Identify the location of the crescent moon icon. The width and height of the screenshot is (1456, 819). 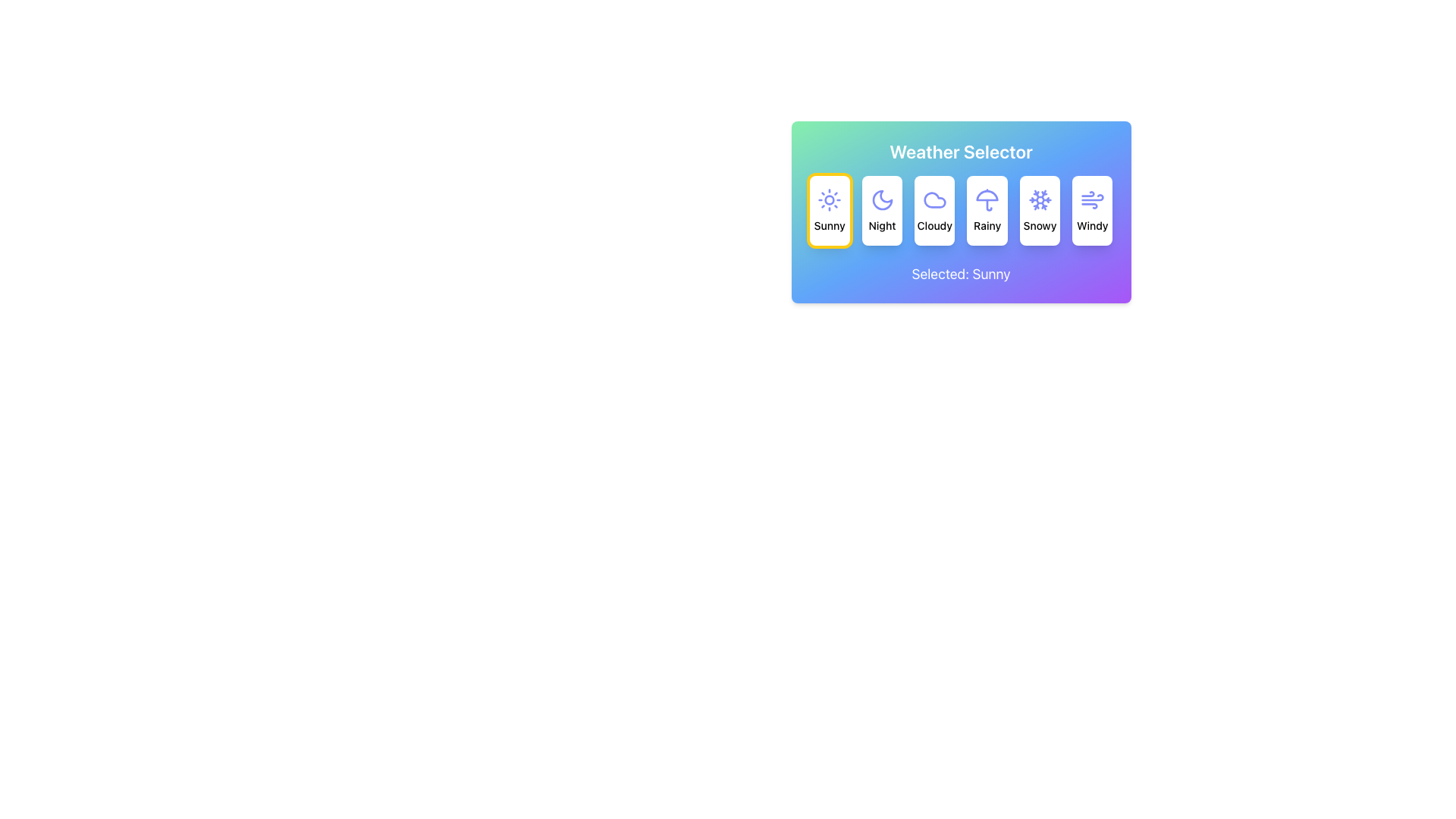
(882, 199).